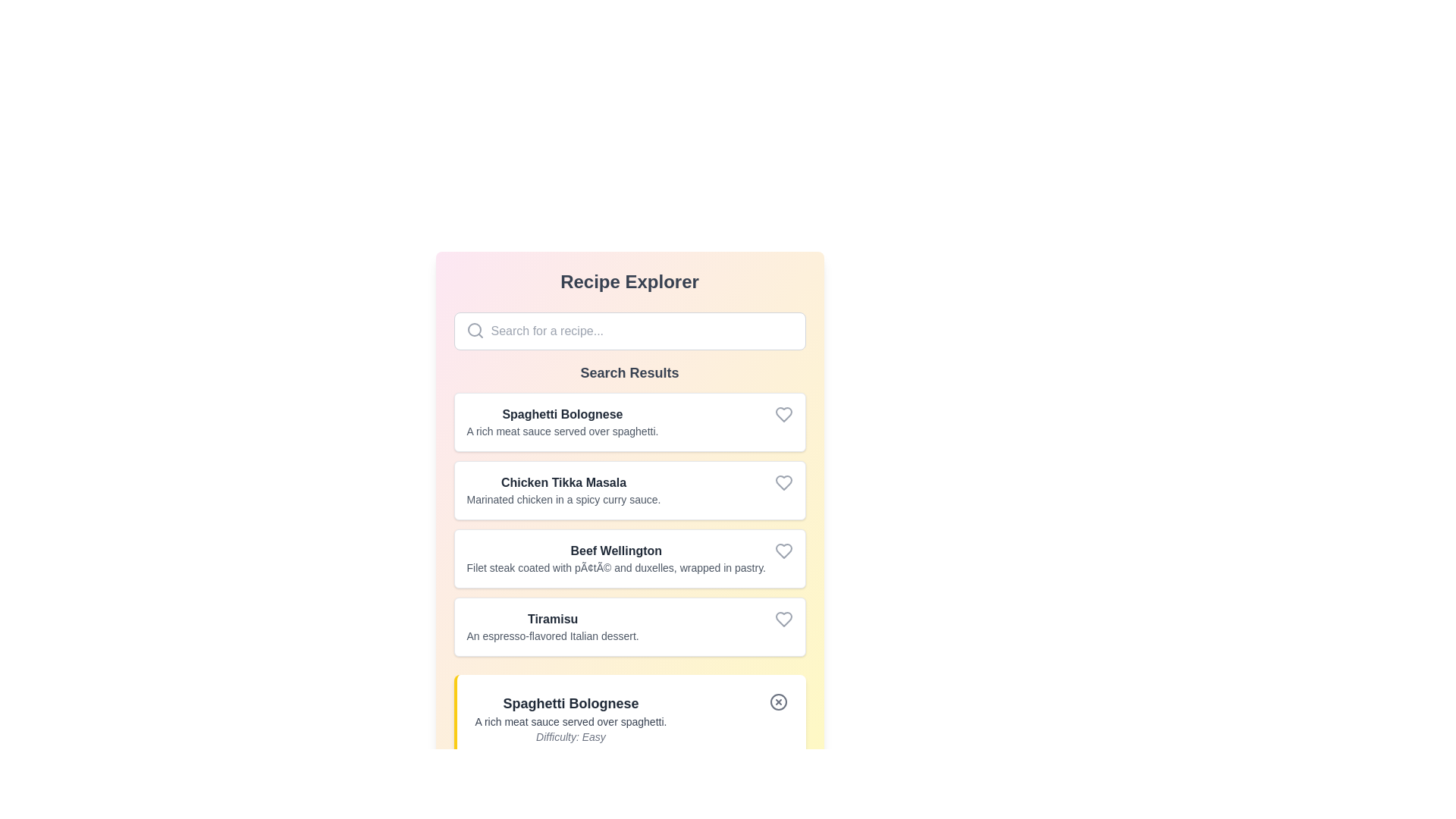 The width and height of the screenshot is (1456, 819). What do you see at coordinates (563, 500) in the screenshot?
I see `content displayed within the text element located below the title 'Chicken Tikka Masala' in the second card, styled with a small font and light gray coloring` at bounding box center [563, 500].